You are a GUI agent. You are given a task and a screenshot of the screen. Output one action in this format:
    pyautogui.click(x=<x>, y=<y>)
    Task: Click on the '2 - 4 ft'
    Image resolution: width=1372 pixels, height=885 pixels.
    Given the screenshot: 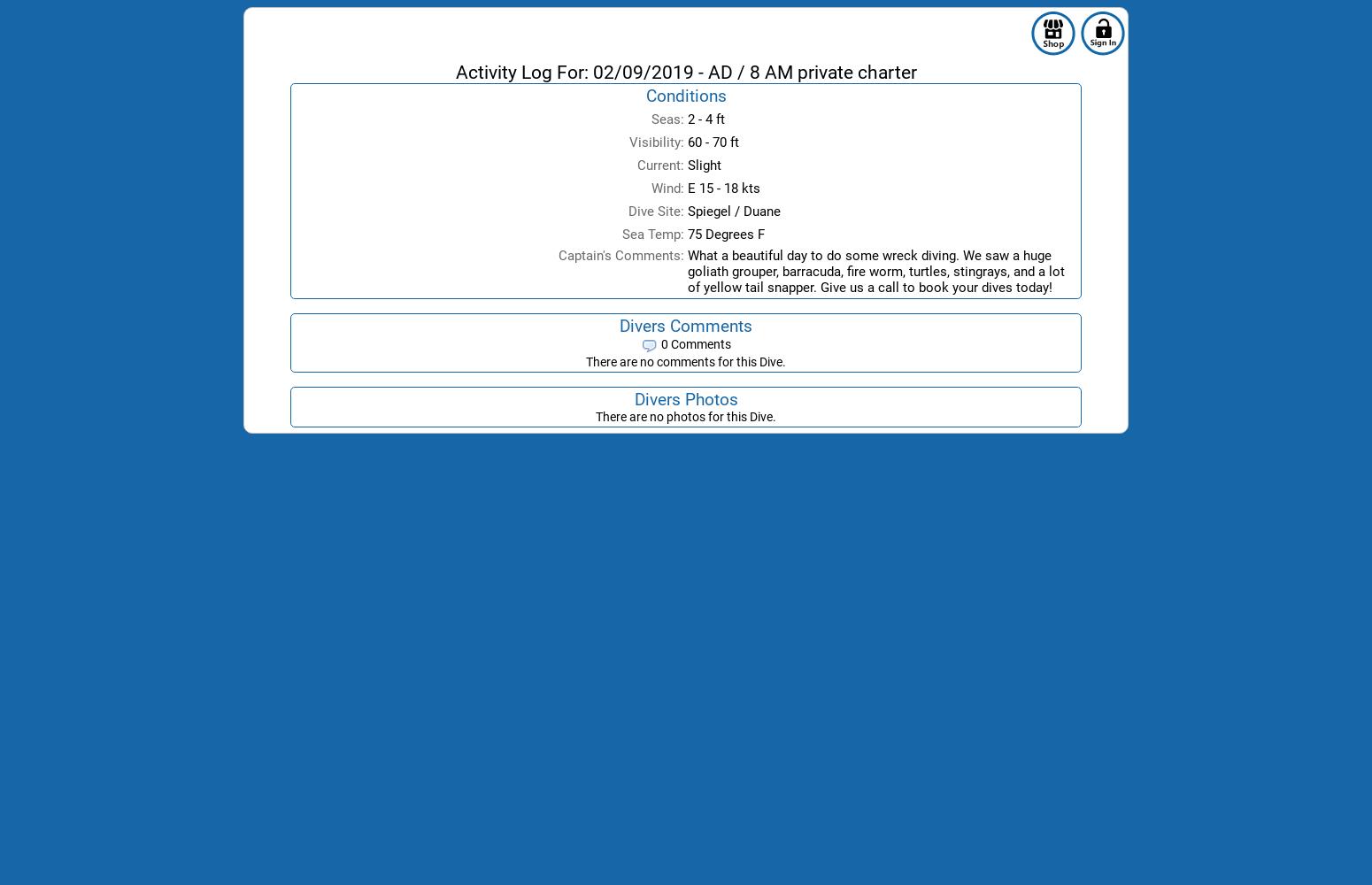 What is the action you would take?
    pyautogui.click(x=705, y=119)
    